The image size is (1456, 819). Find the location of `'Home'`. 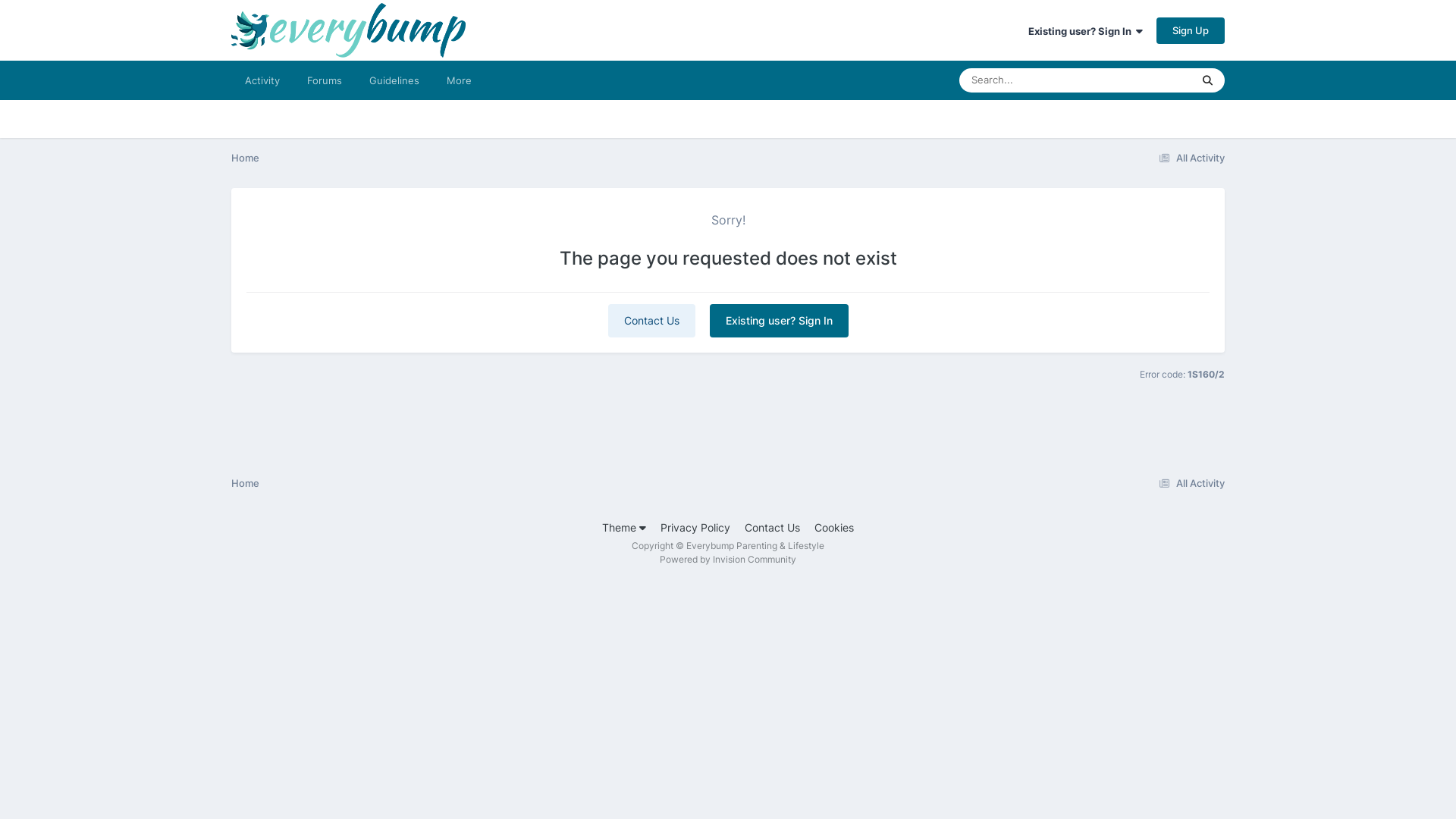

'Home' is located at coordinates (245, 482).